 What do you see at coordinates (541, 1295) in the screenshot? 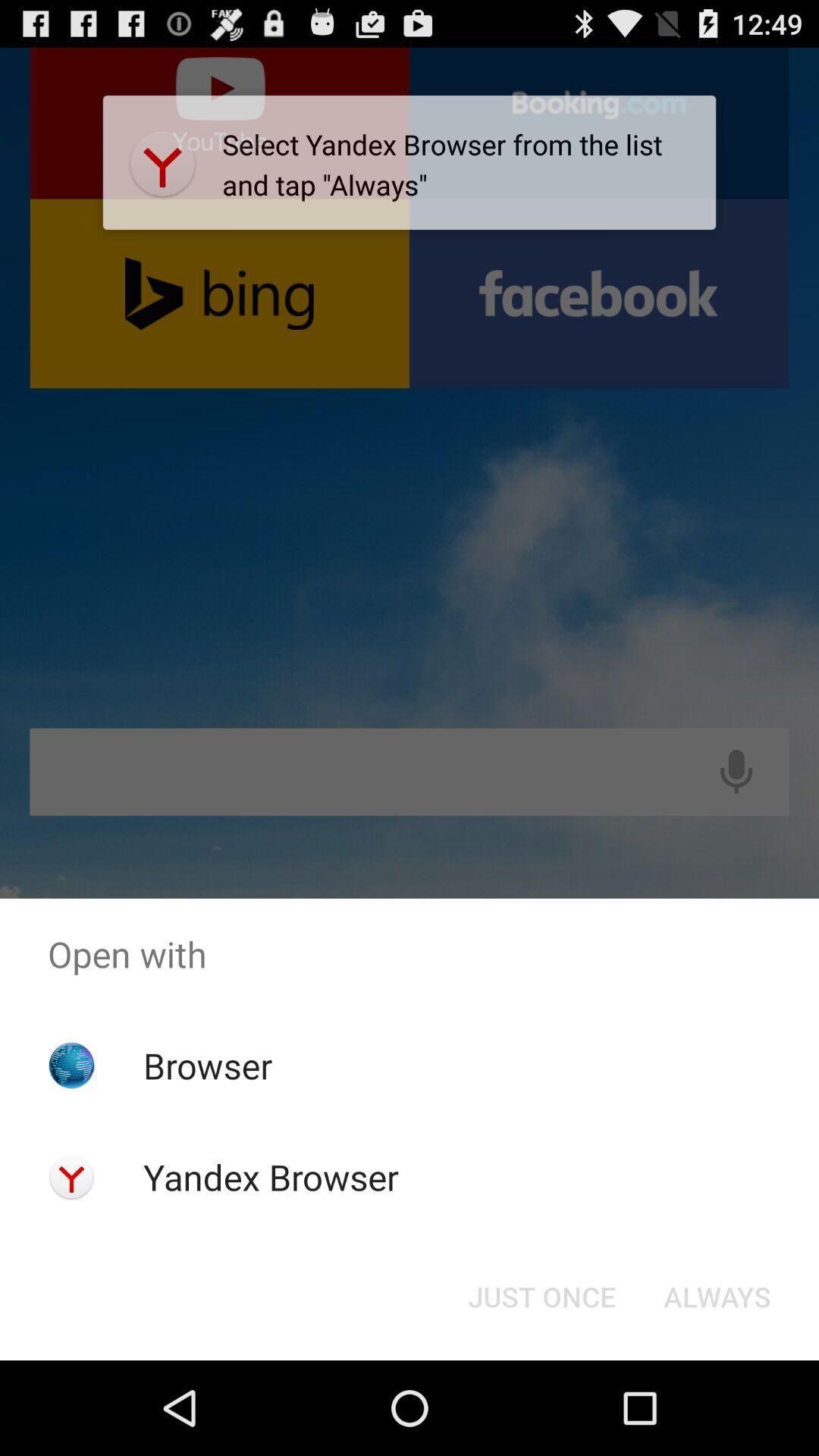
I see `the just once at the bottom` at bounding box center [541, 1295].